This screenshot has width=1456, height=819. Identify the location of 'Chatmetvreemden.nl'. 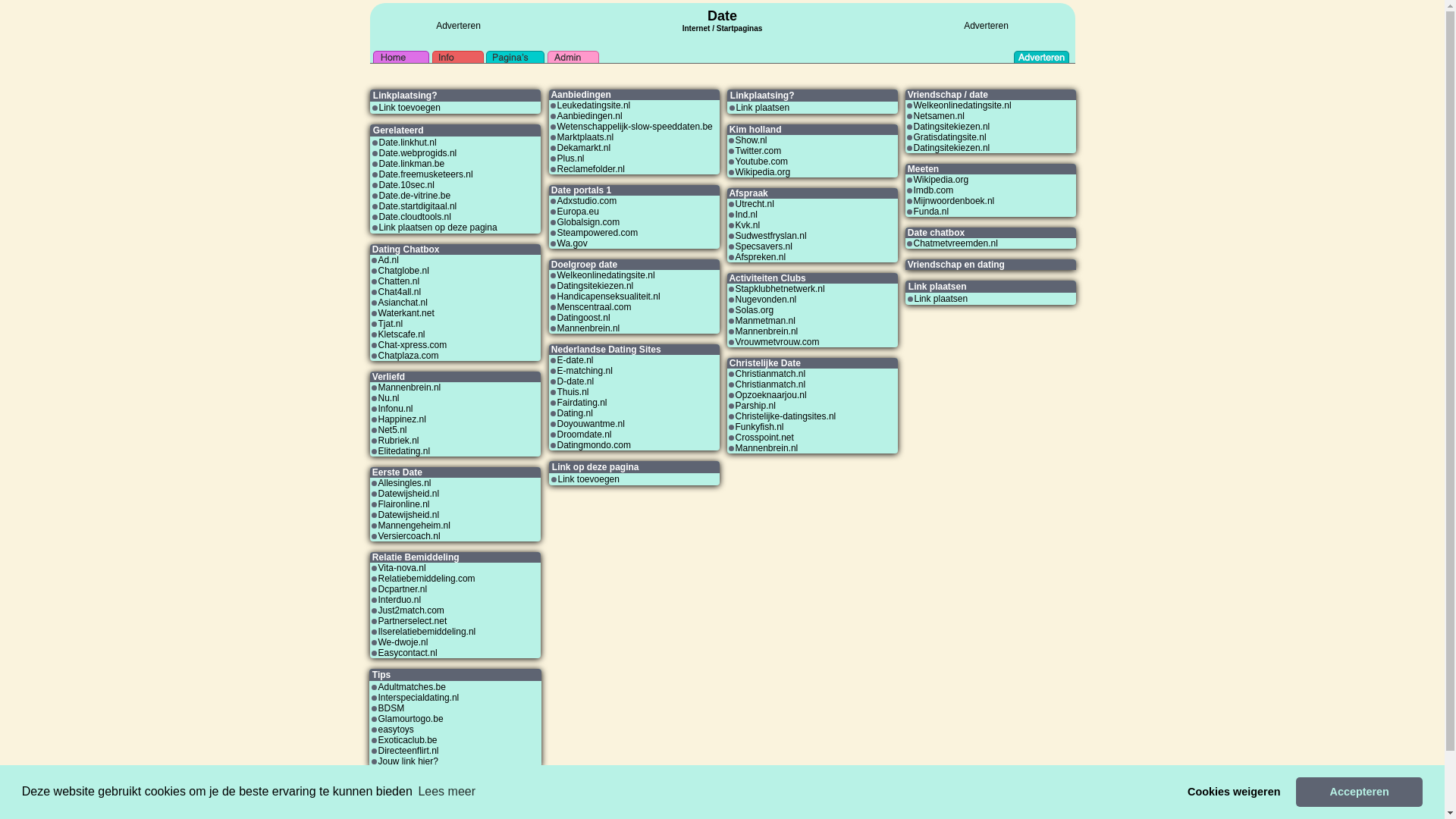
(912, 242).